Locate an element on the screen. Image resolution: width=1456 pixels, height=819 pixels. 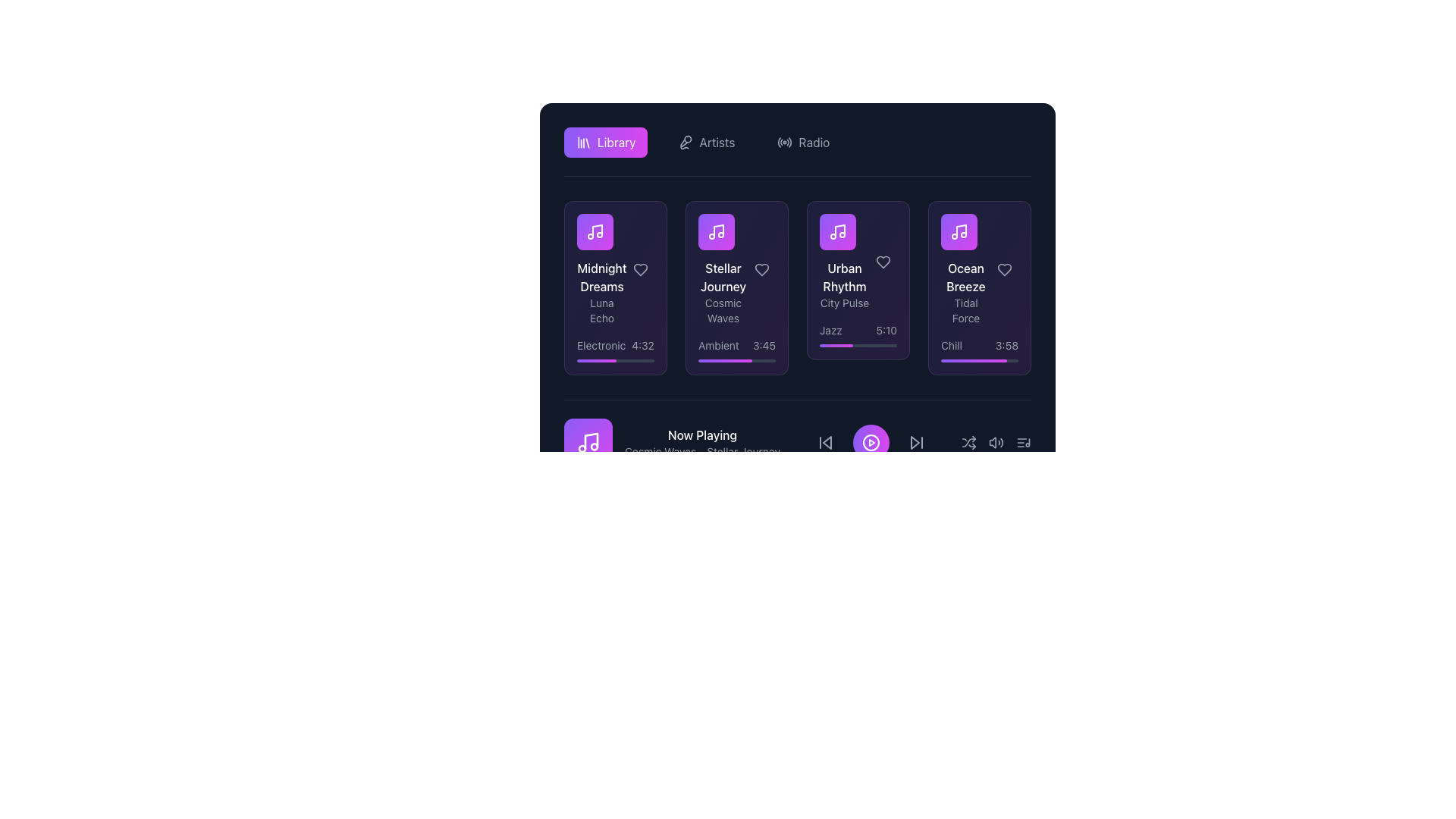
the progress indicator that visually depicts the elapsed portion of the track in the audio or video playback context is located at coordinates (703, 502).